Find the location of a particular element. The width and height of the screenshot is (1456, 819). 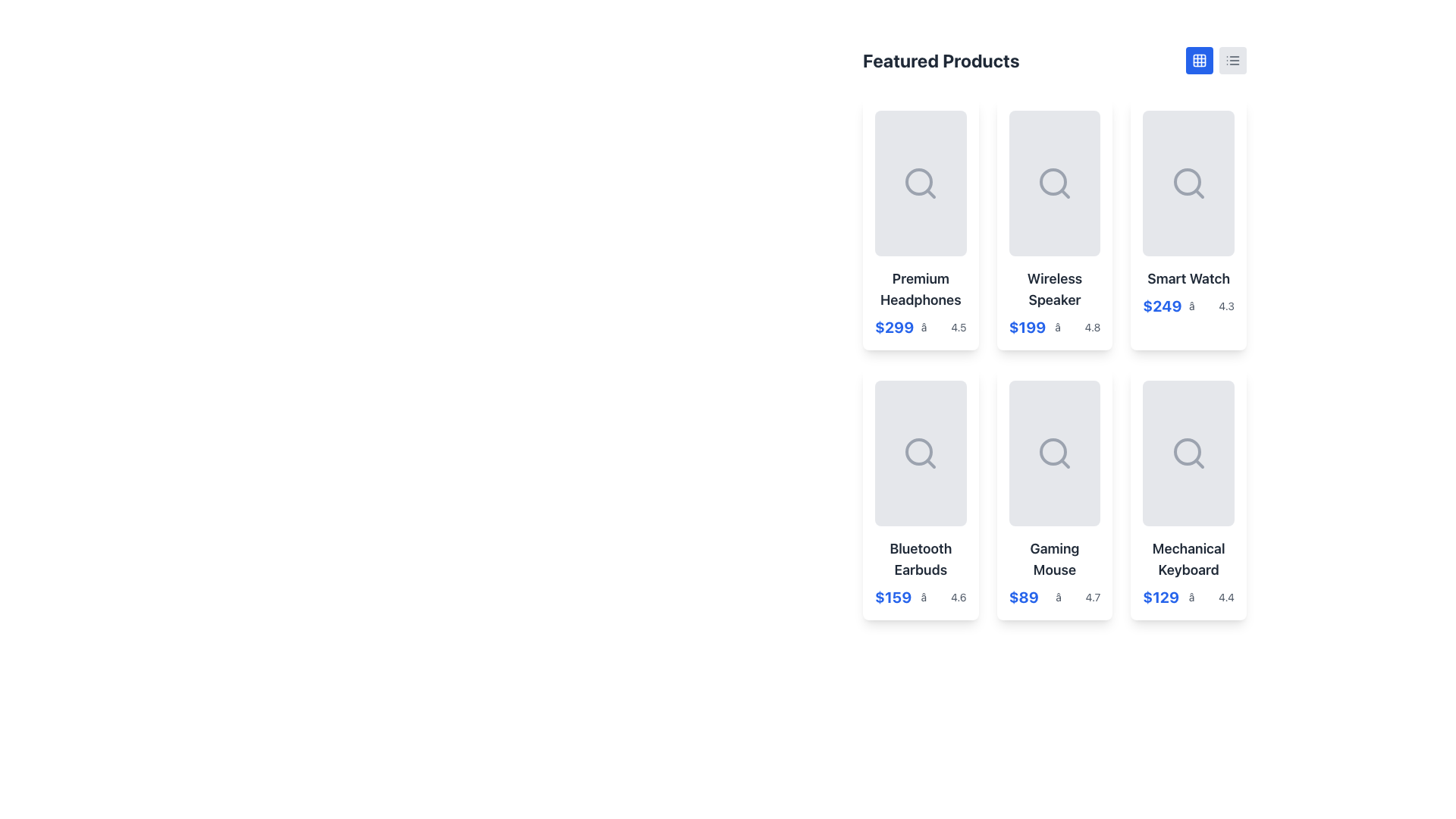

the card displaying a magnifying glass icon on a light gray background, which is the first section of the 'Bluetooth Earbuds' item card in the second row, first column of the product grid is located at coordinates (920, 452).